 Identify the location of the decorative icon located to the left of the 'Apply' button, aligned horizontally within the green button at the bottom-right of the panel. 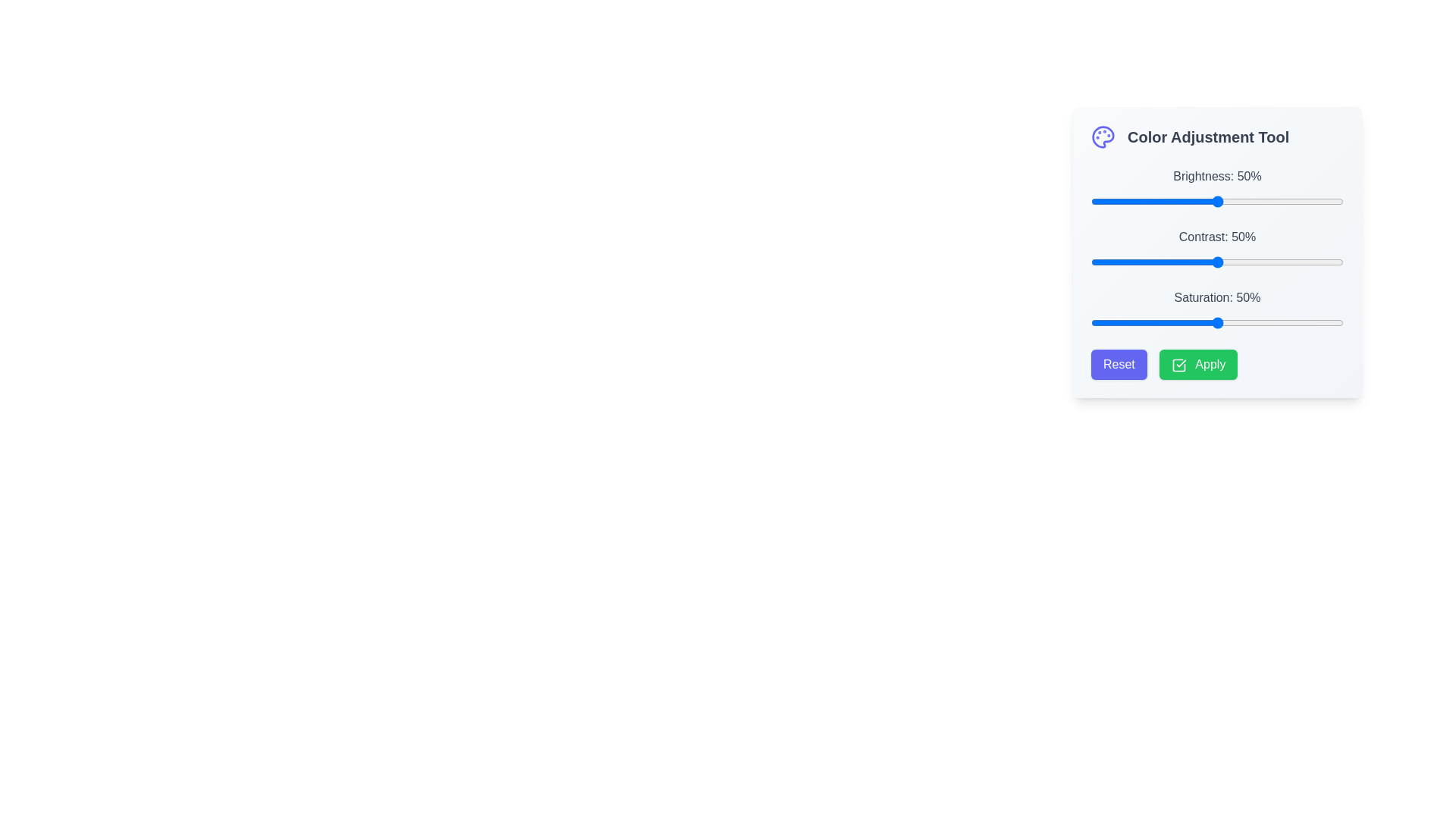
(1178, 365).